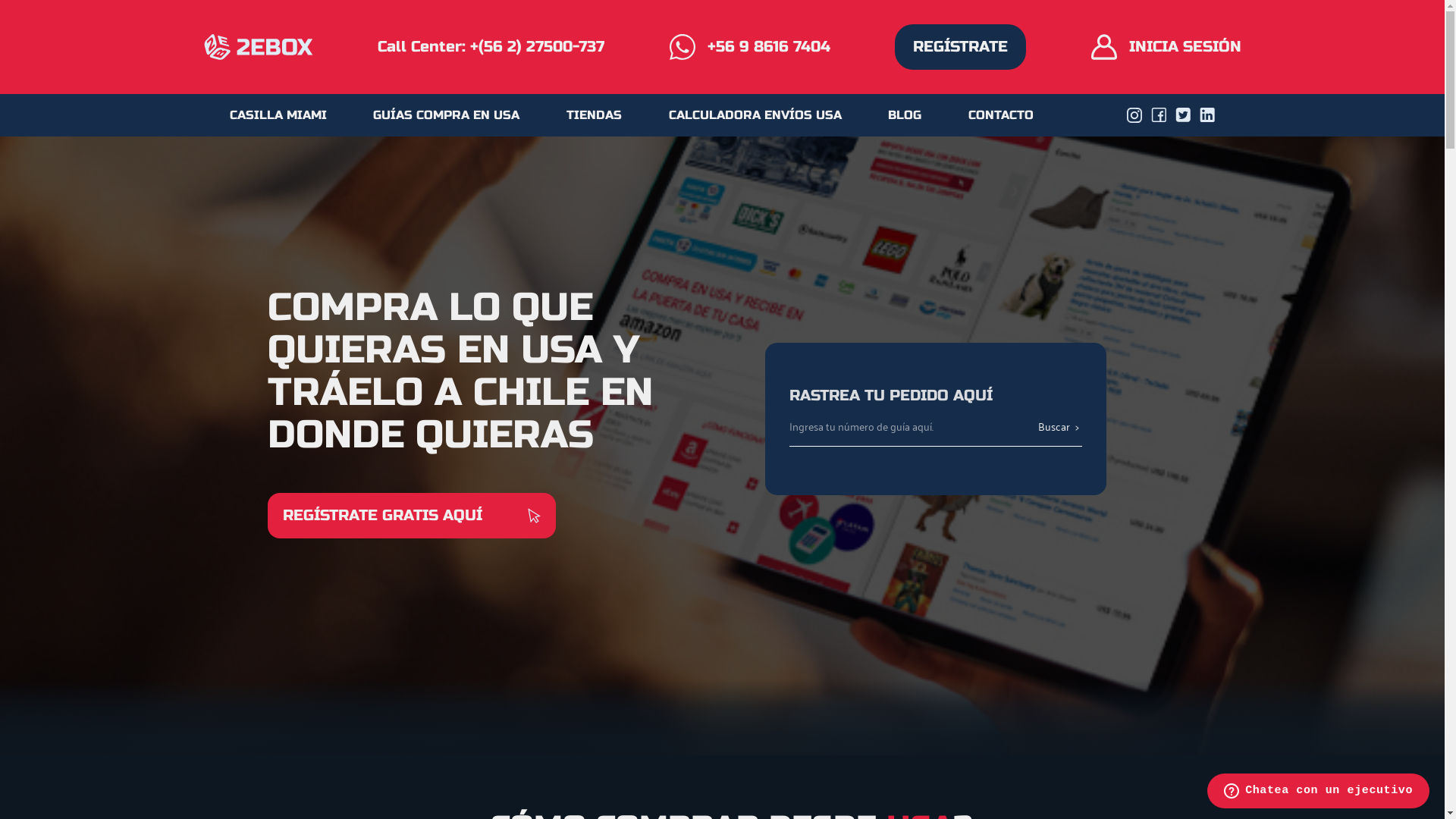  Describe the element at coordinates (1157, 114) in the screenshot. I see `'facebook'` at that location.